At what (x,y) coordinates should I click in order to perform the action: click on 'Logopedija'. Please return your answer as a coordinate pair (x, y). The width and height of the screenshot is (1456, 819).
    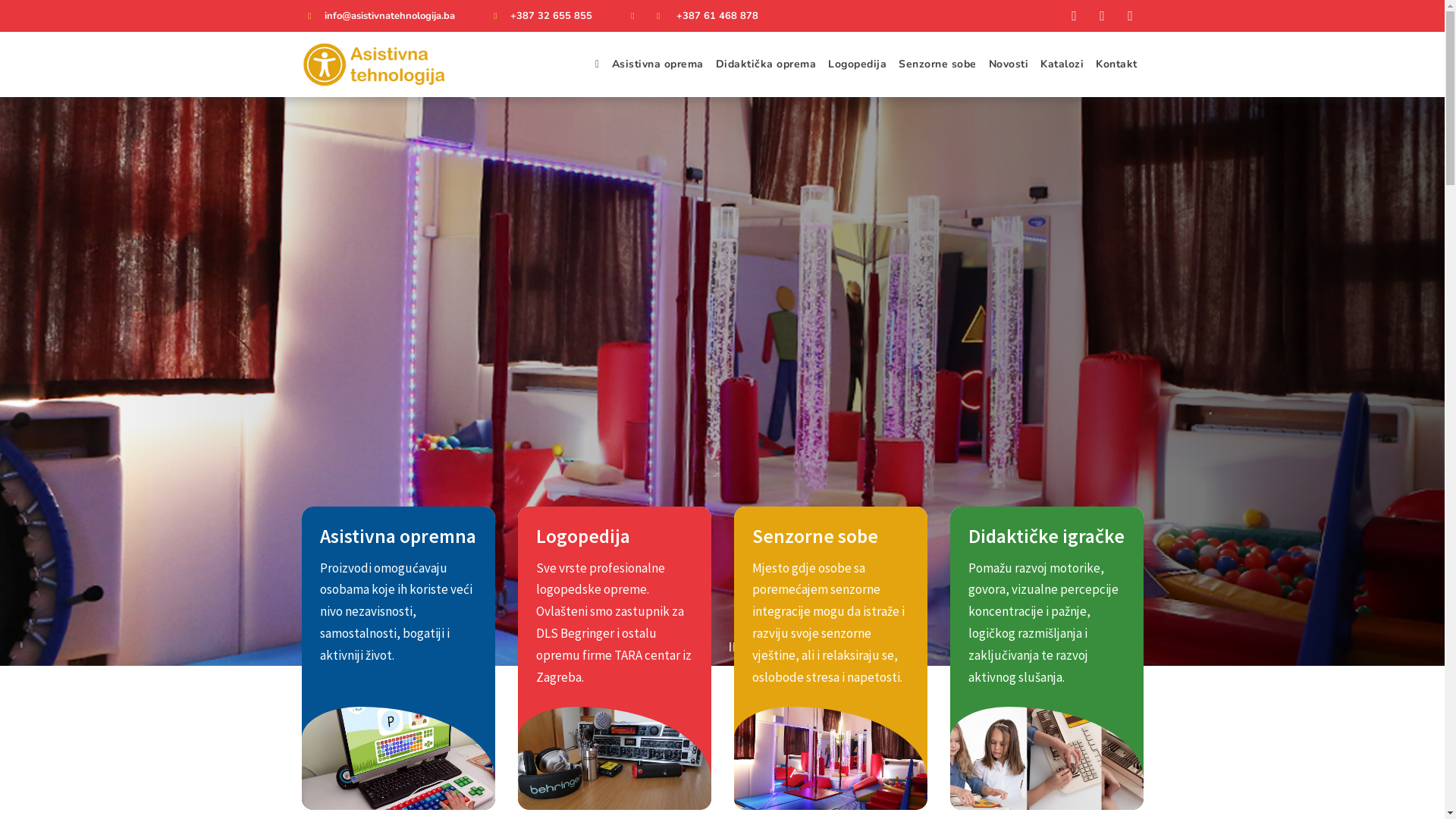
    Looking at the image, I should click on (857, 63).